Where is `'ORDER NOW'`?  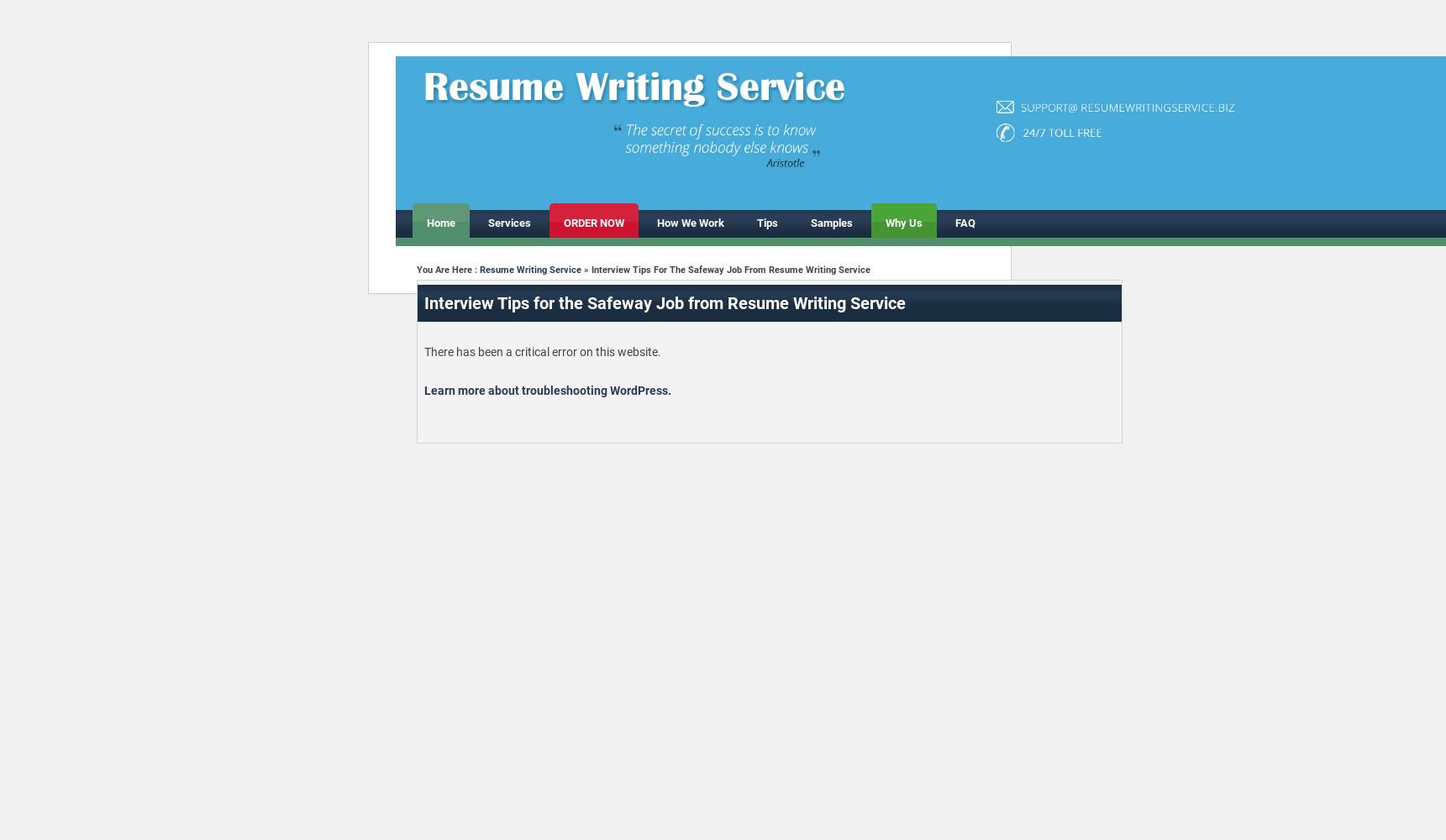
'ORDER NOW' is located at coordinates (592, 223).